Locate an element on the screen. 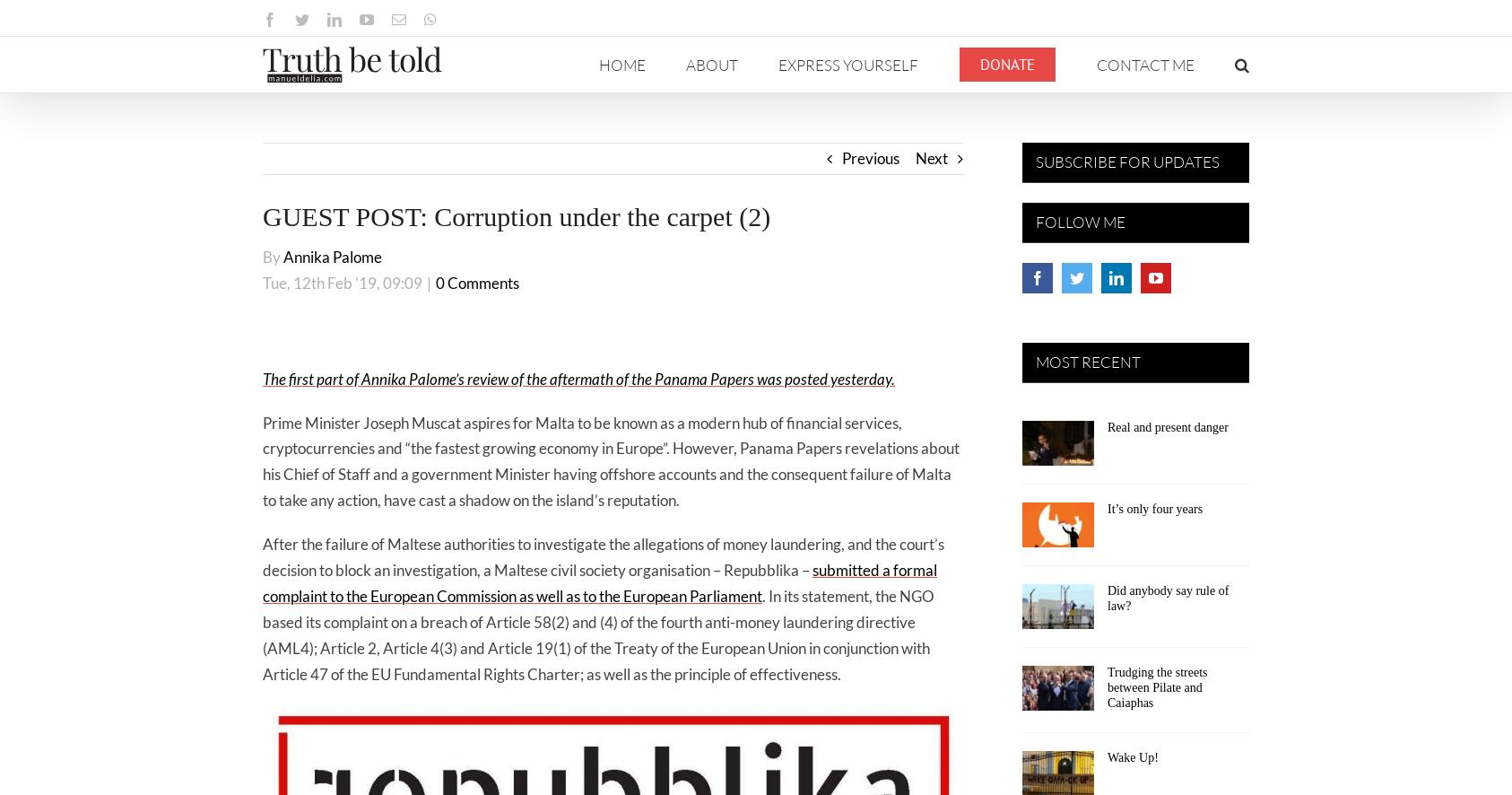  'Wake Up!' is located at coordinates (1131, 756).